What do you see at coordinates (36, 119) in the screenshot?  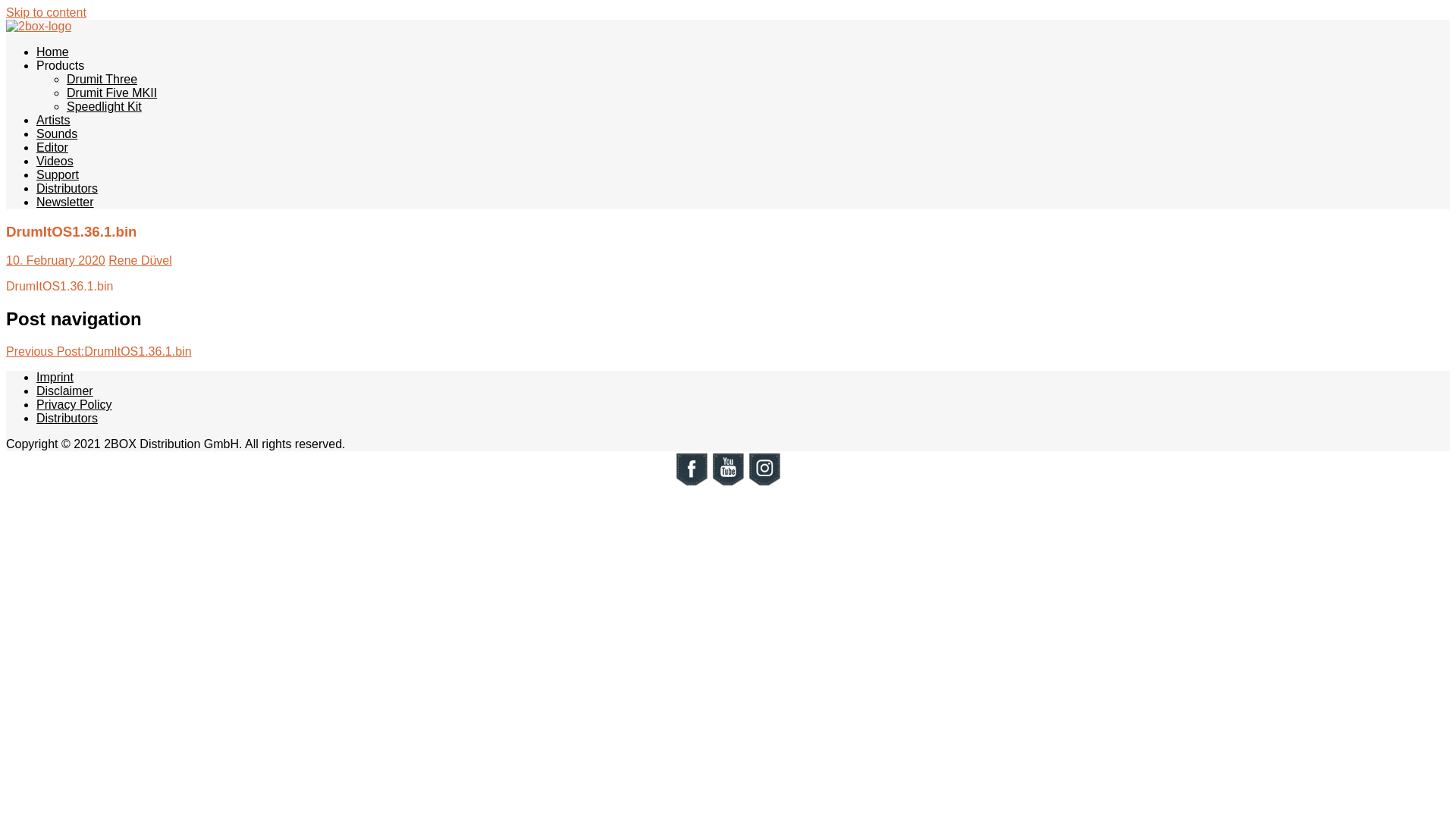 I see `'Artists'` at bounding box center [36, 119].